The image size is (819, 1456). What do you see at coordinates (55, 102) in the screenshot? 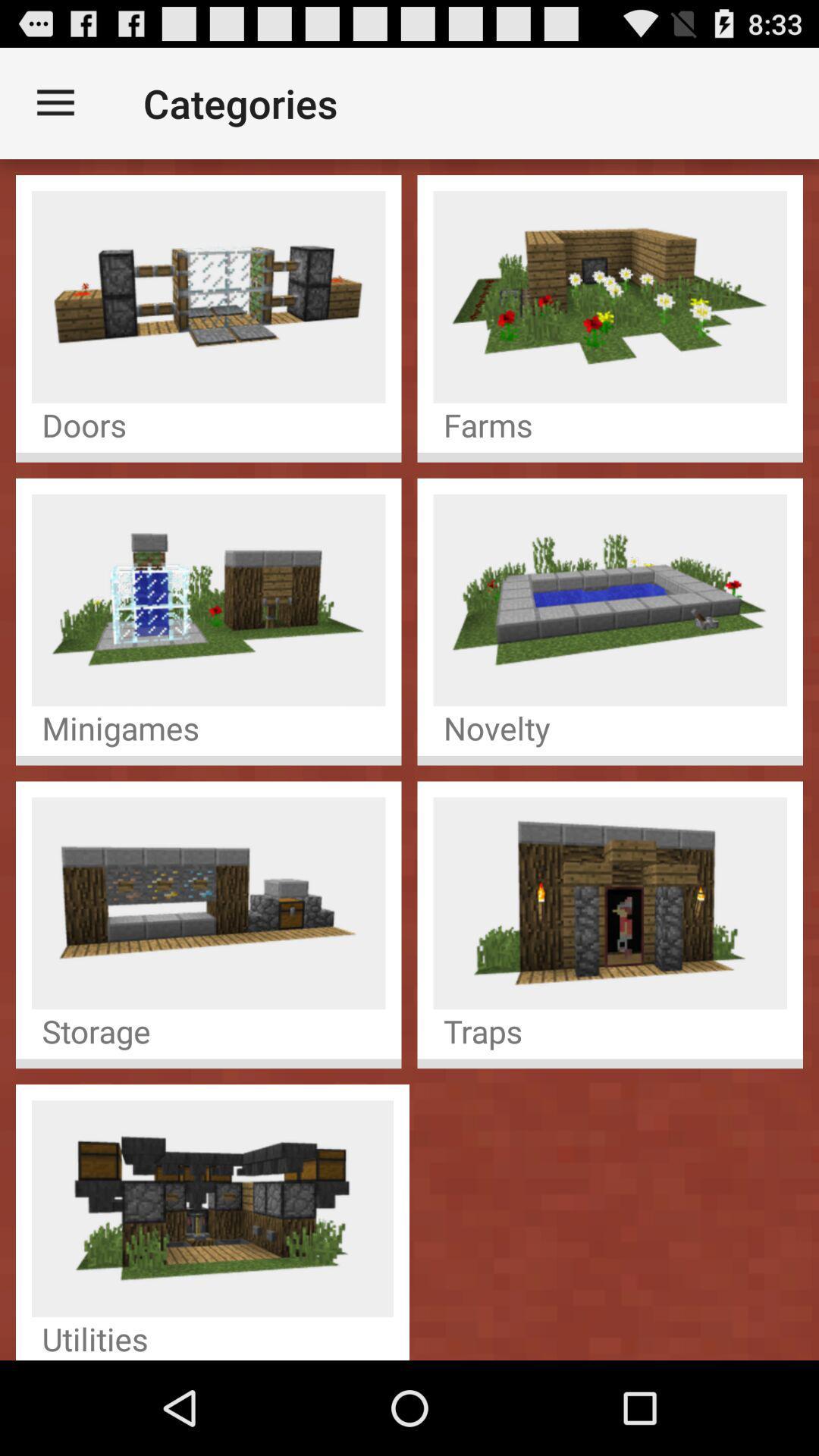
I see `the icon to the left of the categories icon` at bounding box center [55, 102].